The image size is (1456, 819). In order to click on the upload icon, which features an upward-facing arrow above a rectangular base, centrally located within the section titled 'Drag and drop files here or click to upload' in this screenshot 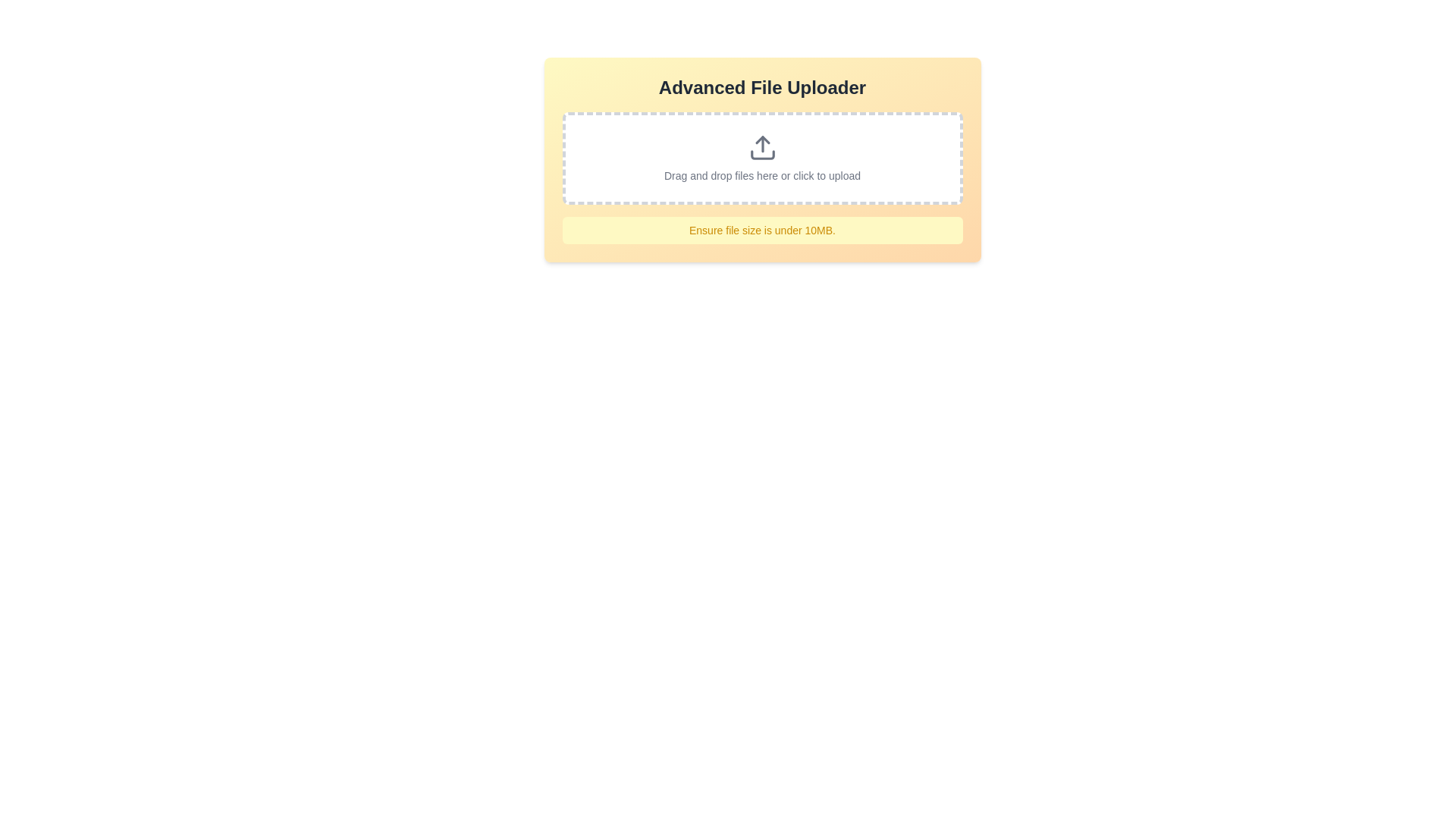, I will do `click(762, 148)`.